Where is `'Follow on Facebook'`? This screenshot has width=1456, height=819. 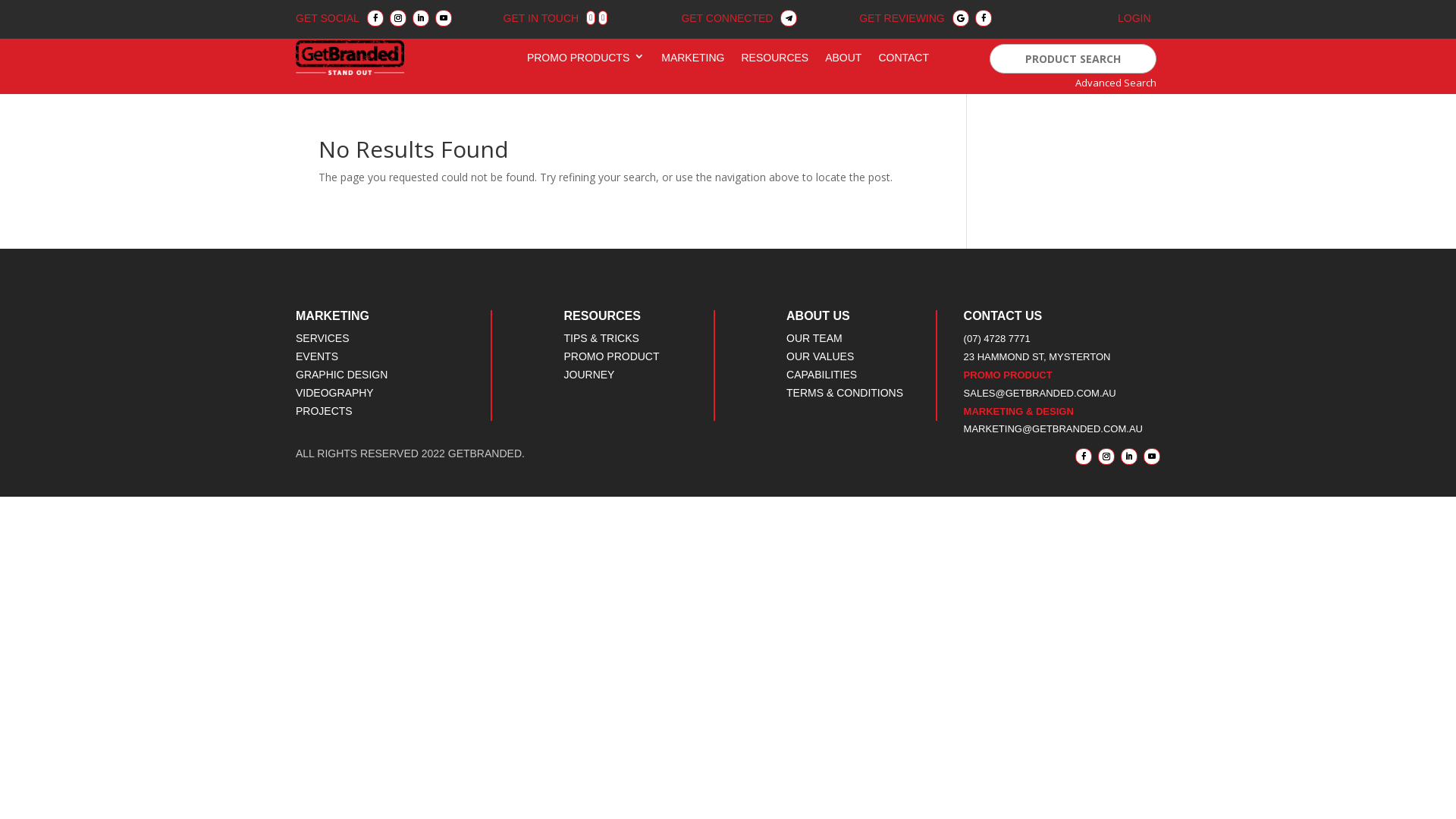 'Follow on Facebook' is located at coordinates (375, 17).